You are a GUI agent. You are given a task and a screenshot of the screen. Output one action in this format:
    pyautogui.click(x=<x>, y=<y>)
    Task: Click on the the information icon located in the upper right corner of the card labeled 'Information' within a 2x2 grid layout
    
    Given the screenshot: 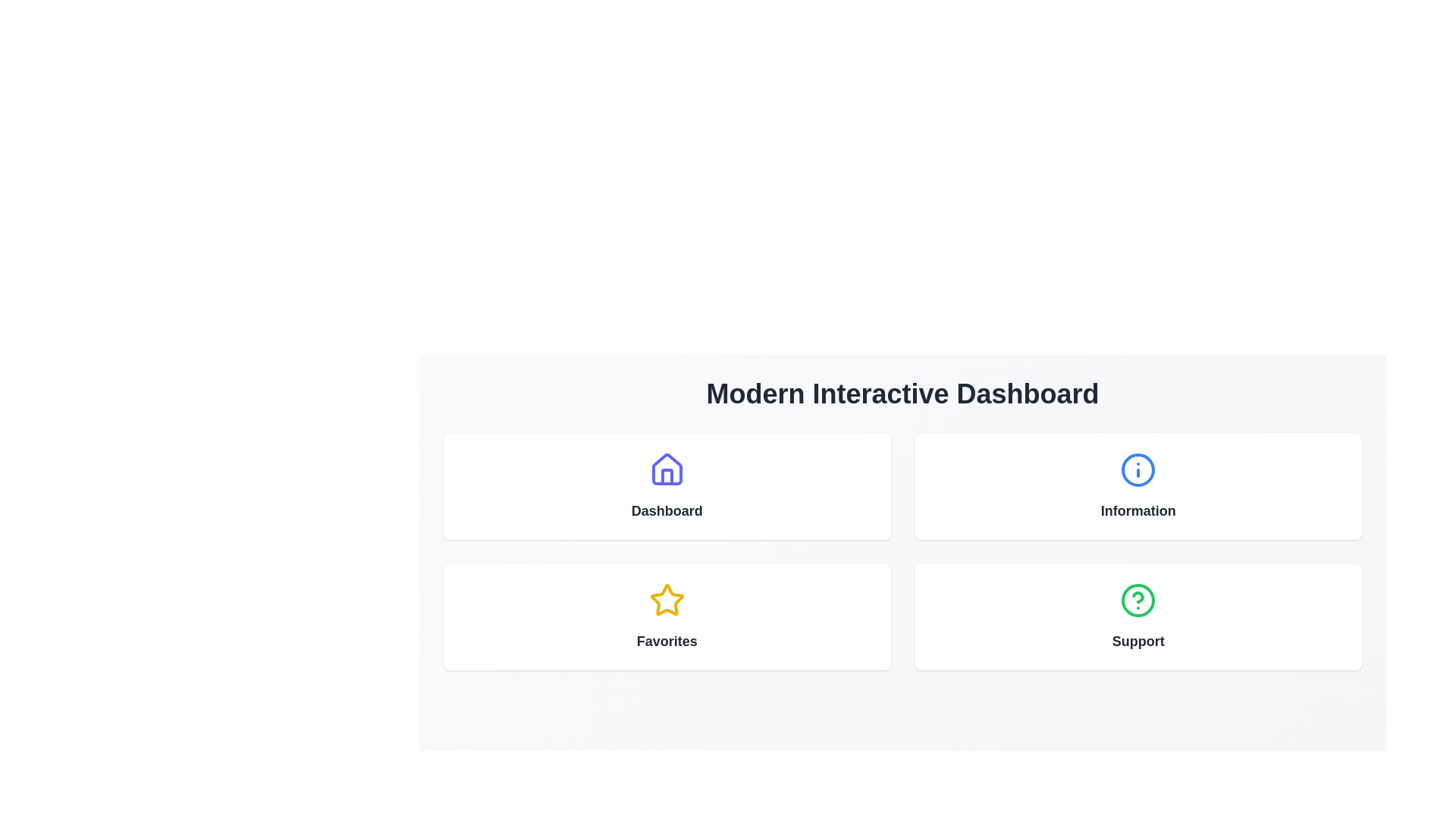 What is the action you would take?
    pyautogui.click(x=1138, y=469)
    